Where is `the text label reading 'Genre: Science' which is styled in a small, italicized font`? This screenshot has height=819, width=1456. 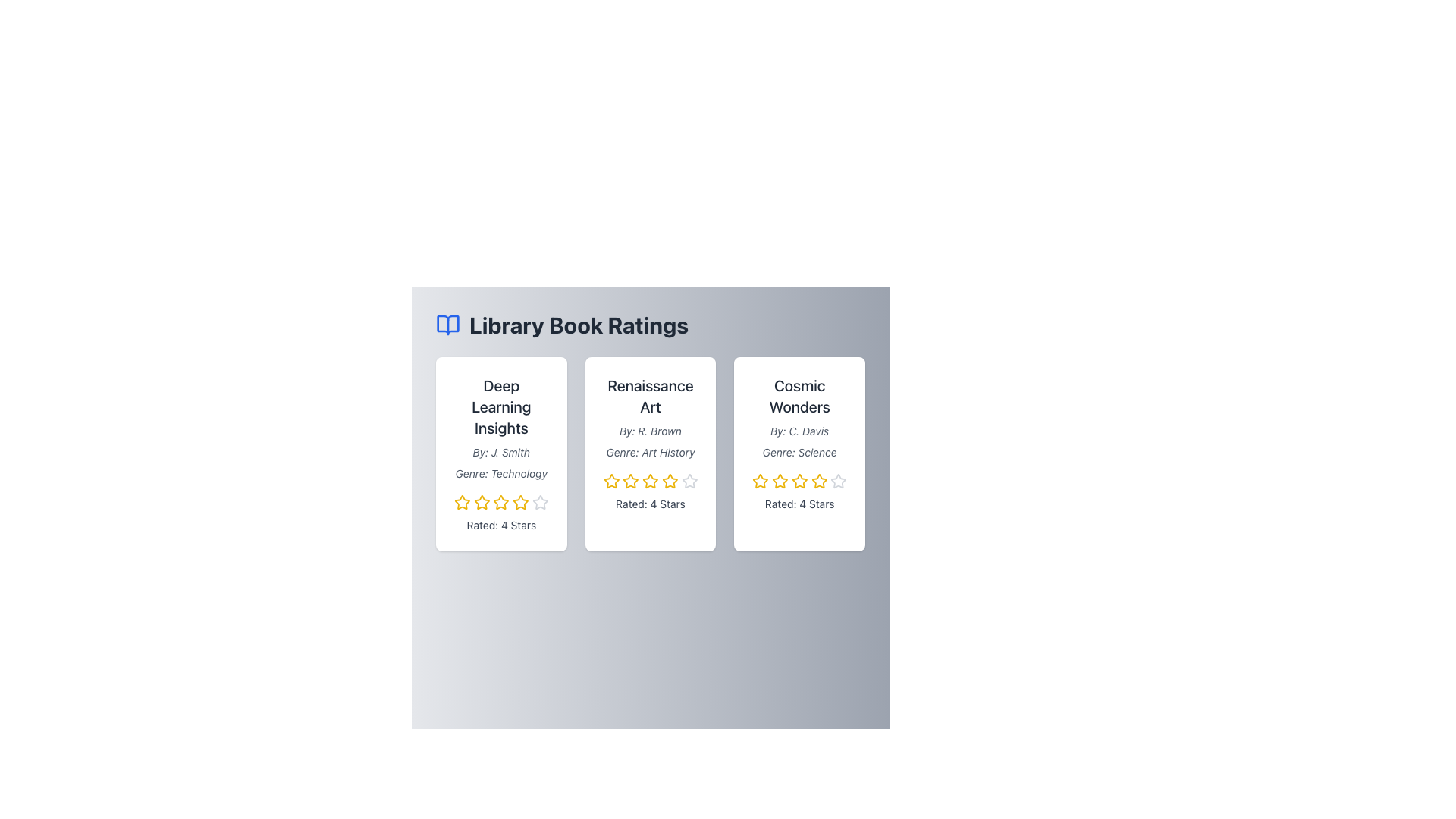 the text label reading 'Genre: Science' which is styled in a small, italicized font is located at coordinates (799, 452).